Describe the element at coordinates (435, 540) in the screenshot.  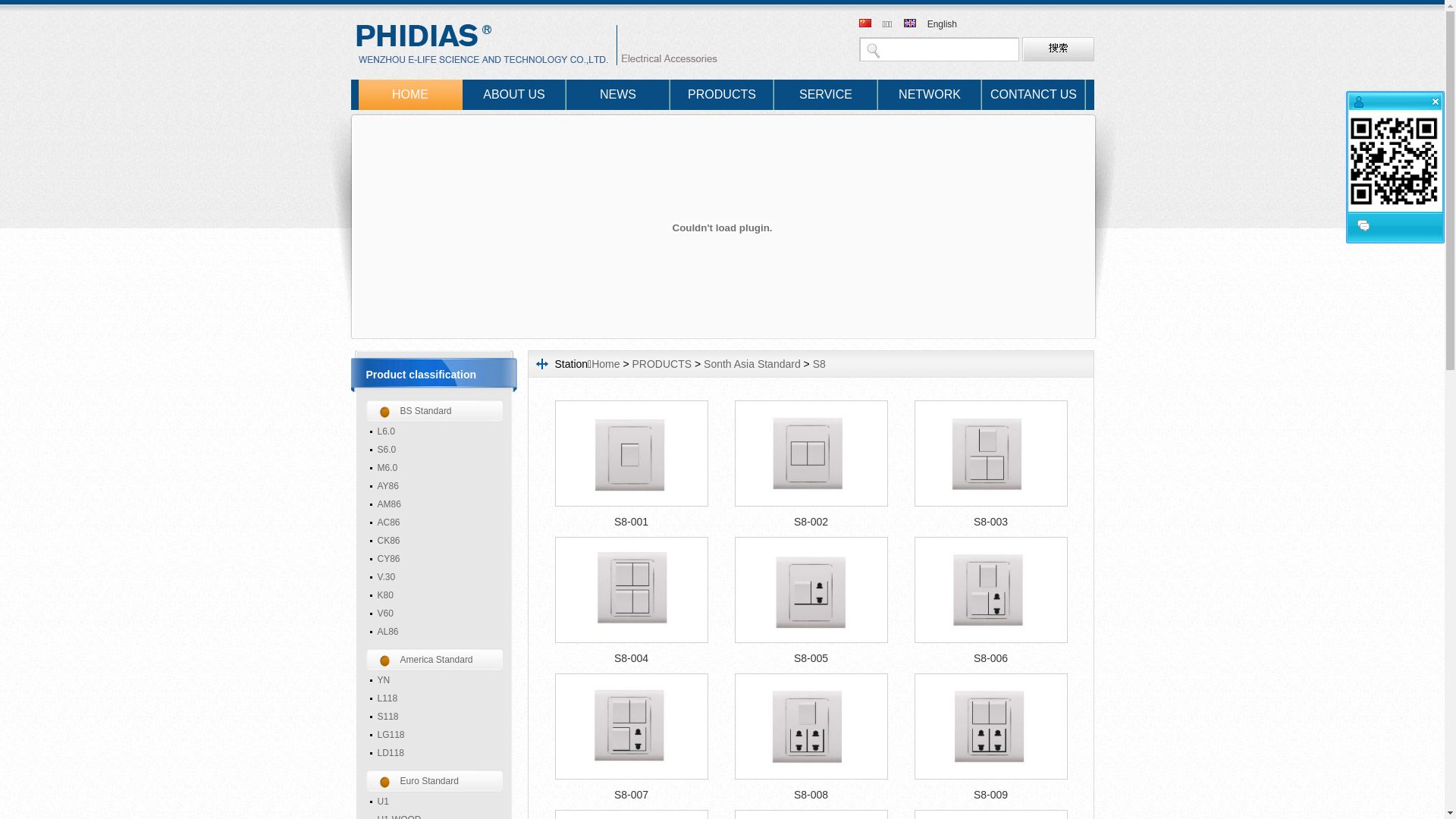
I see `'CK86'` at that location.